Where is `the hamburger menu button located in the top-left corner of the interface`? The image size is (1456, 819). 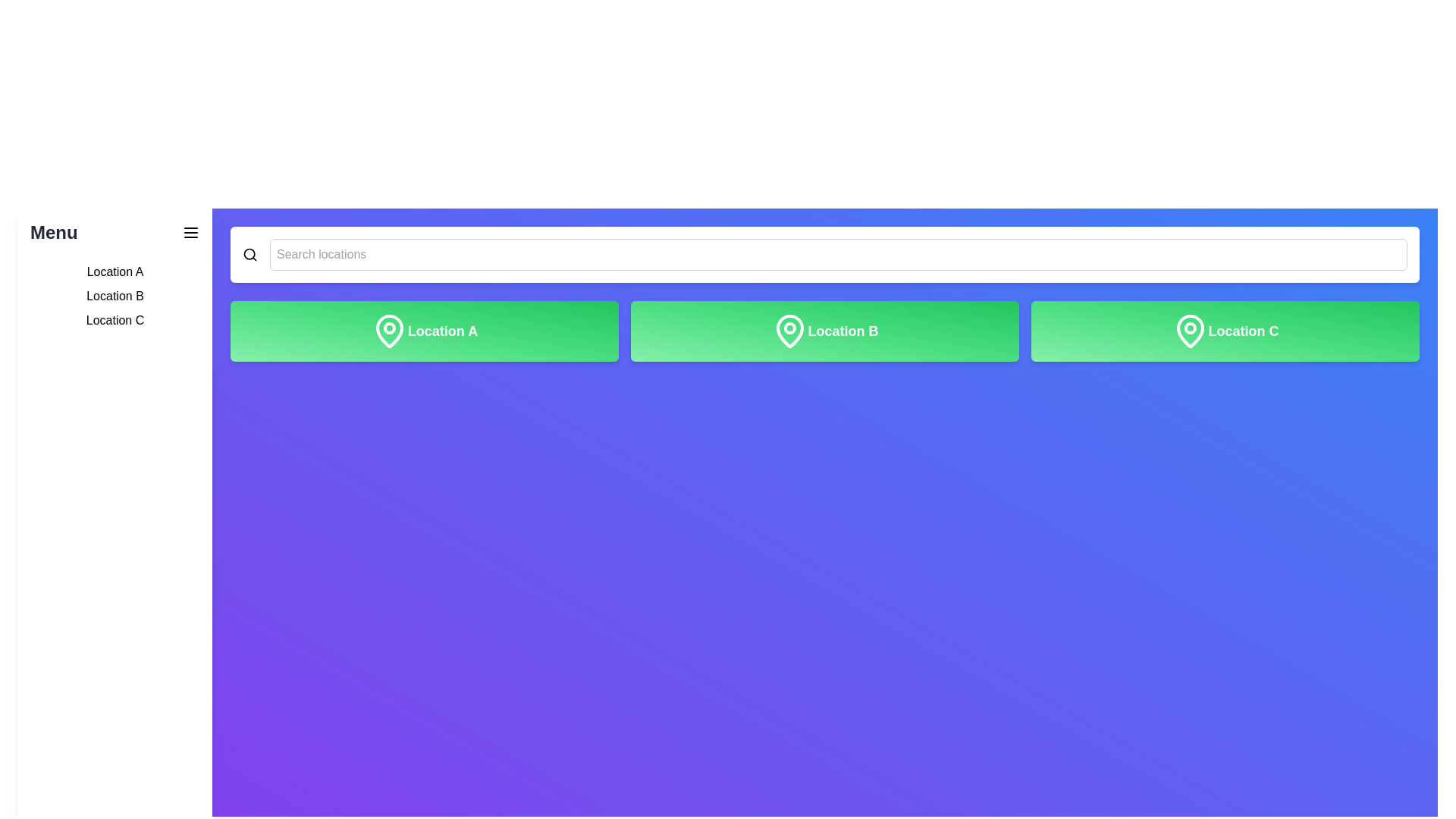 the hamburger menu button located in the top-left corner of the interface is located at coordinates (190, 233).